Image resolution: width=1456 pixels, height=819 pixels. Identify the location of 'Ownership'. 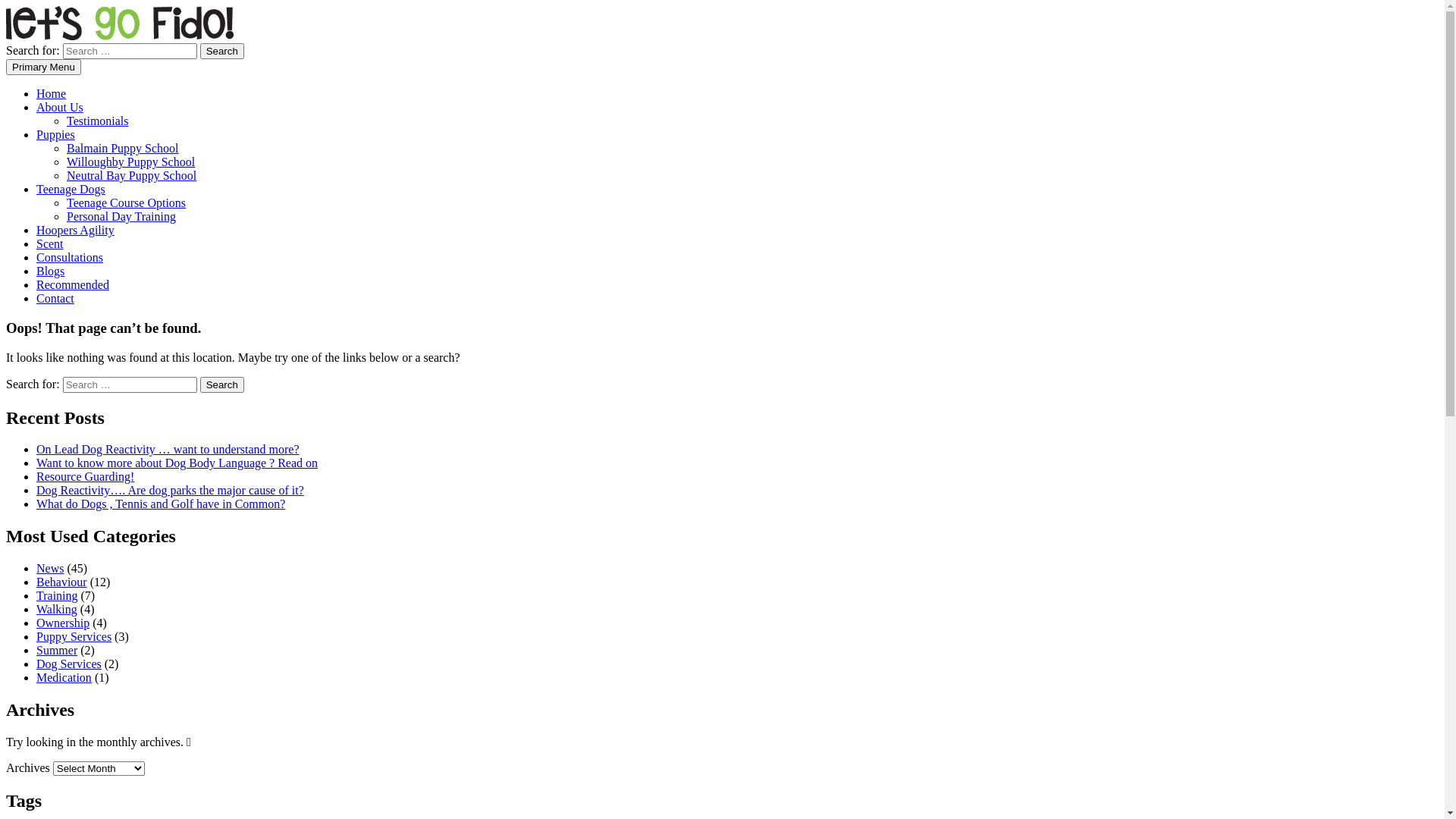
(61, 623).